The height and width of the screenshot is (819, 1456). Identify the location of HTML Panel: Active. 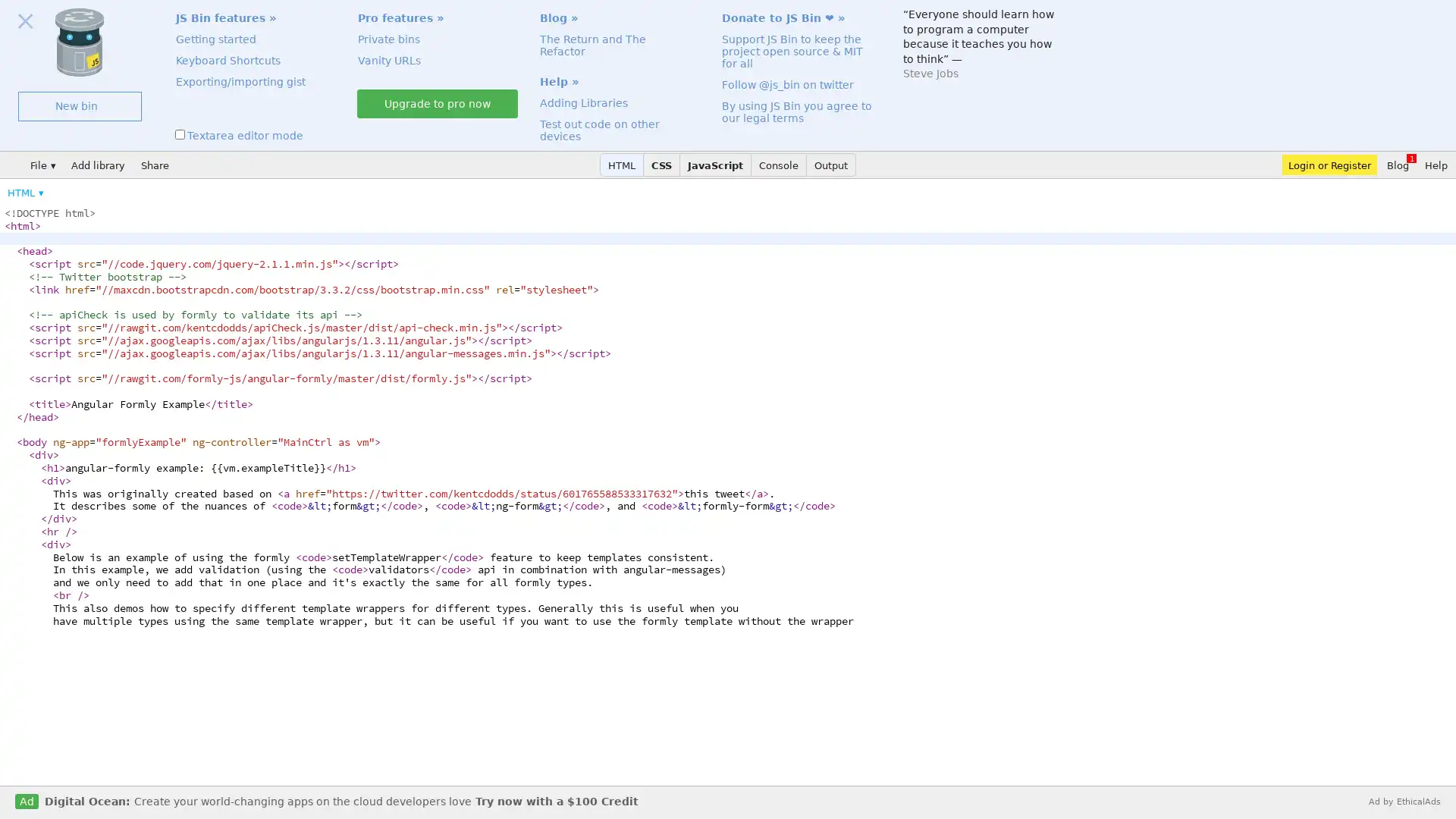
(622, 165).